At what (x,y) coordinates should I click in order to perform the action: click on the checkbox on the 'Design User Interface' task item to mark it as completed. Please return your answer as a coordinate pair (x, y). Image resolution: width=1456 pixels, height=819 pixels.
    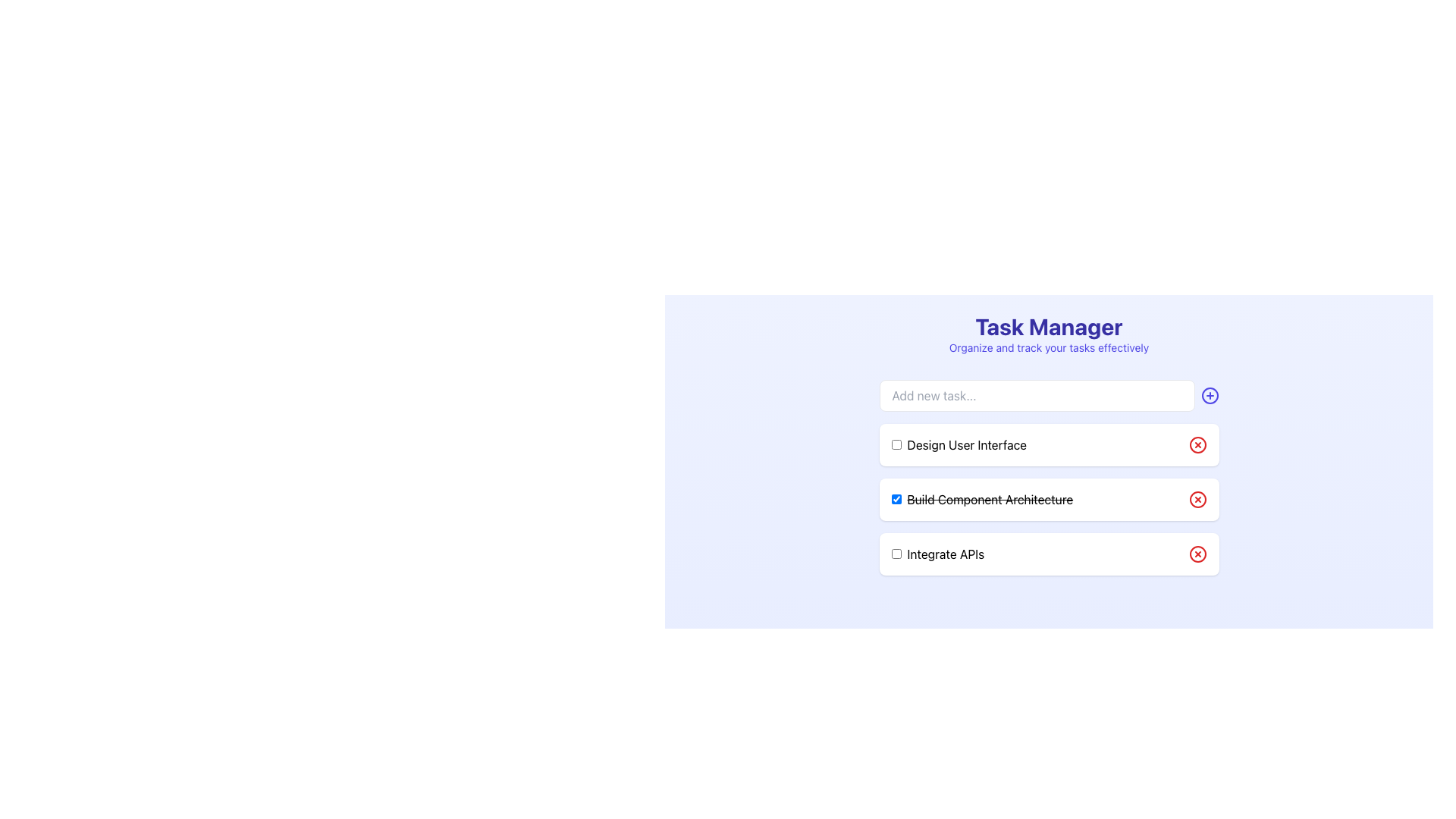
    Looking at the image, I should click on (1048, 444).